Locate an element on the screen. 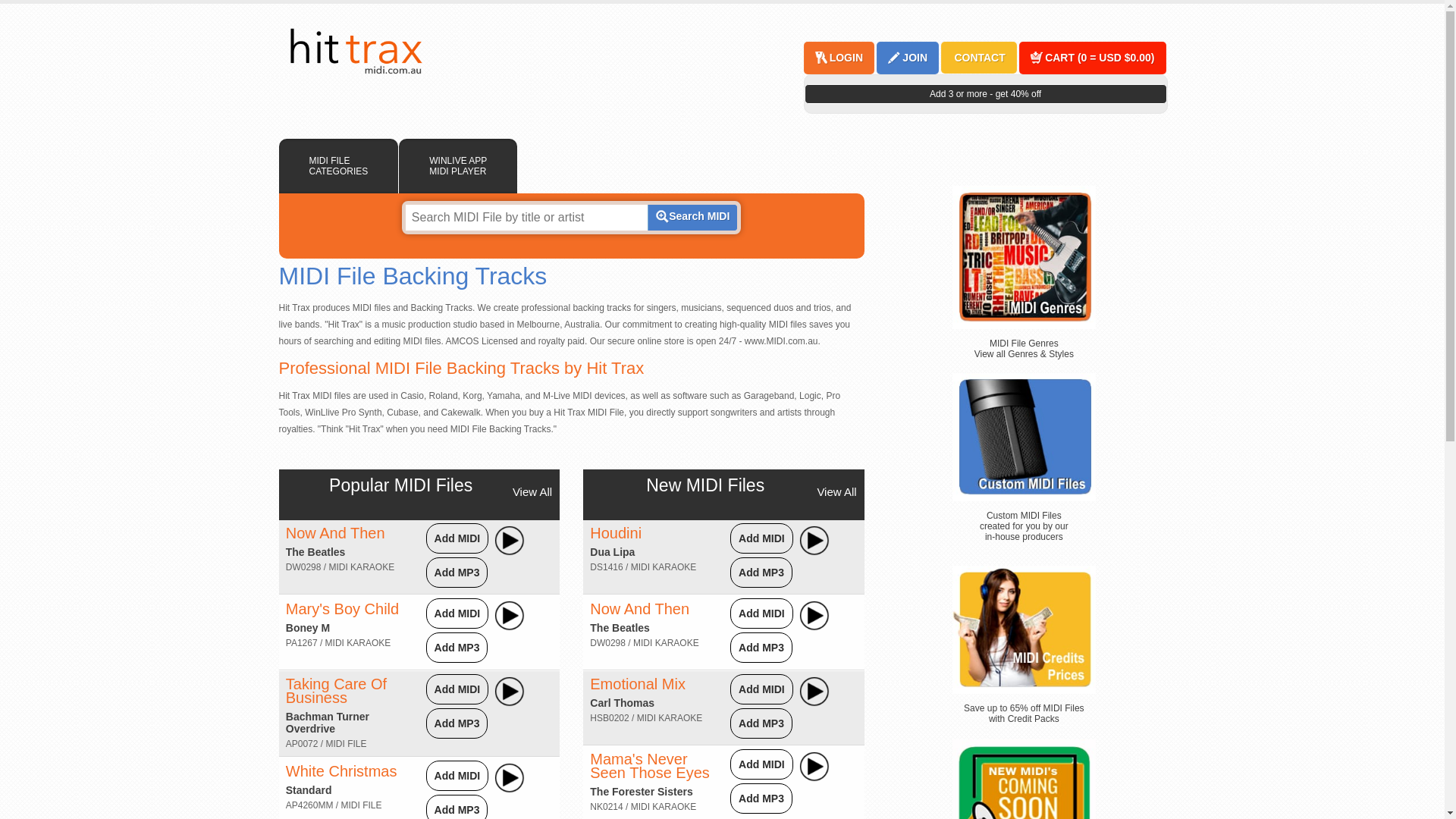 The height and width of the screenshot is (819, 1456). 'Custom MIDI Files' is located at coordinates (1024, 437).